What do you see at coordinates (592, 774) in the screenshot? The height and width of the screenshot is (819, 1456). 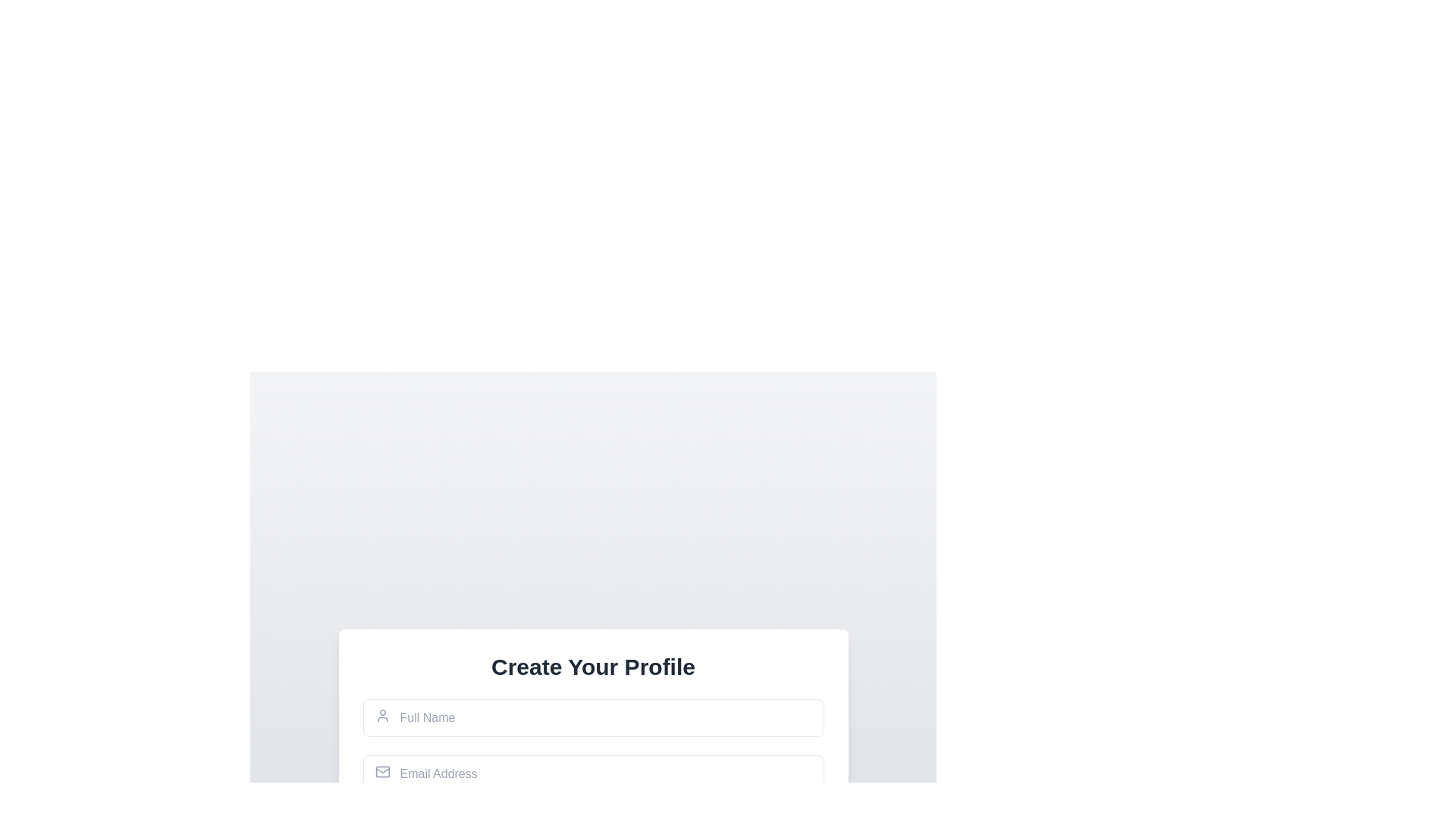 I see `the email input field located under the 'Create Your Profile' title` at bounding box center [592, 774].